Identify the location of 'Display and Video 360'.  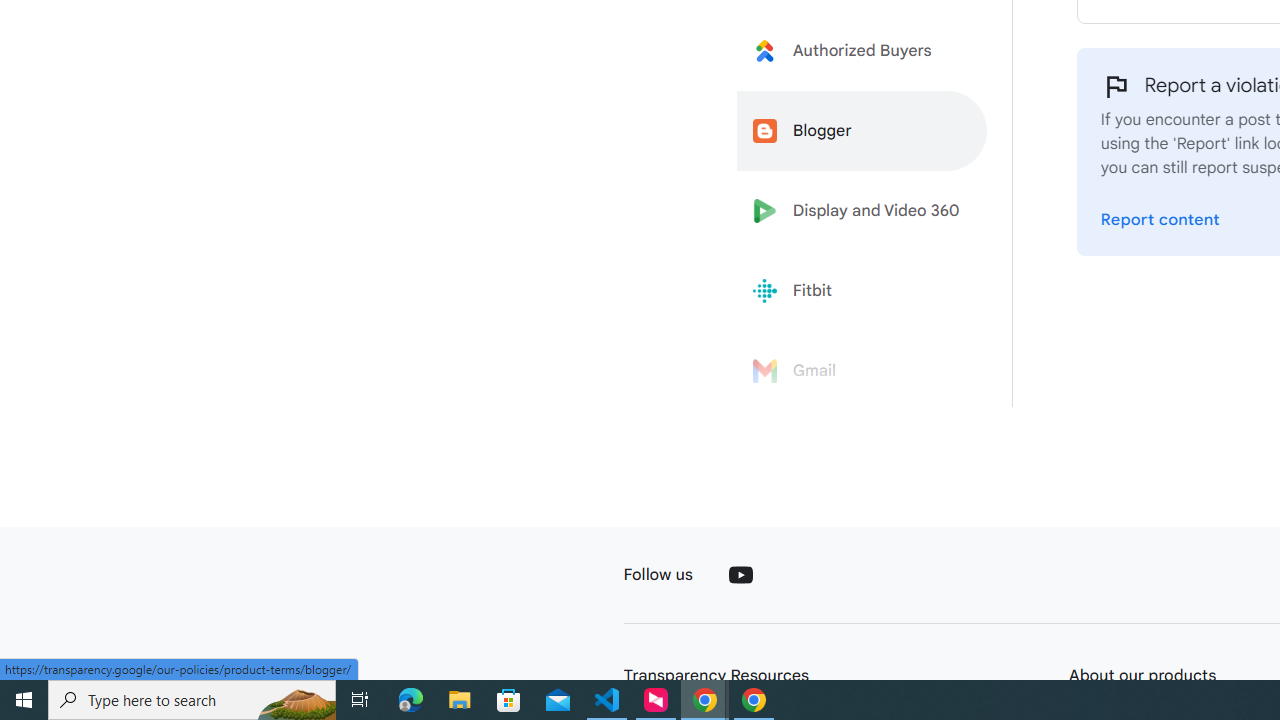
(862, 211).